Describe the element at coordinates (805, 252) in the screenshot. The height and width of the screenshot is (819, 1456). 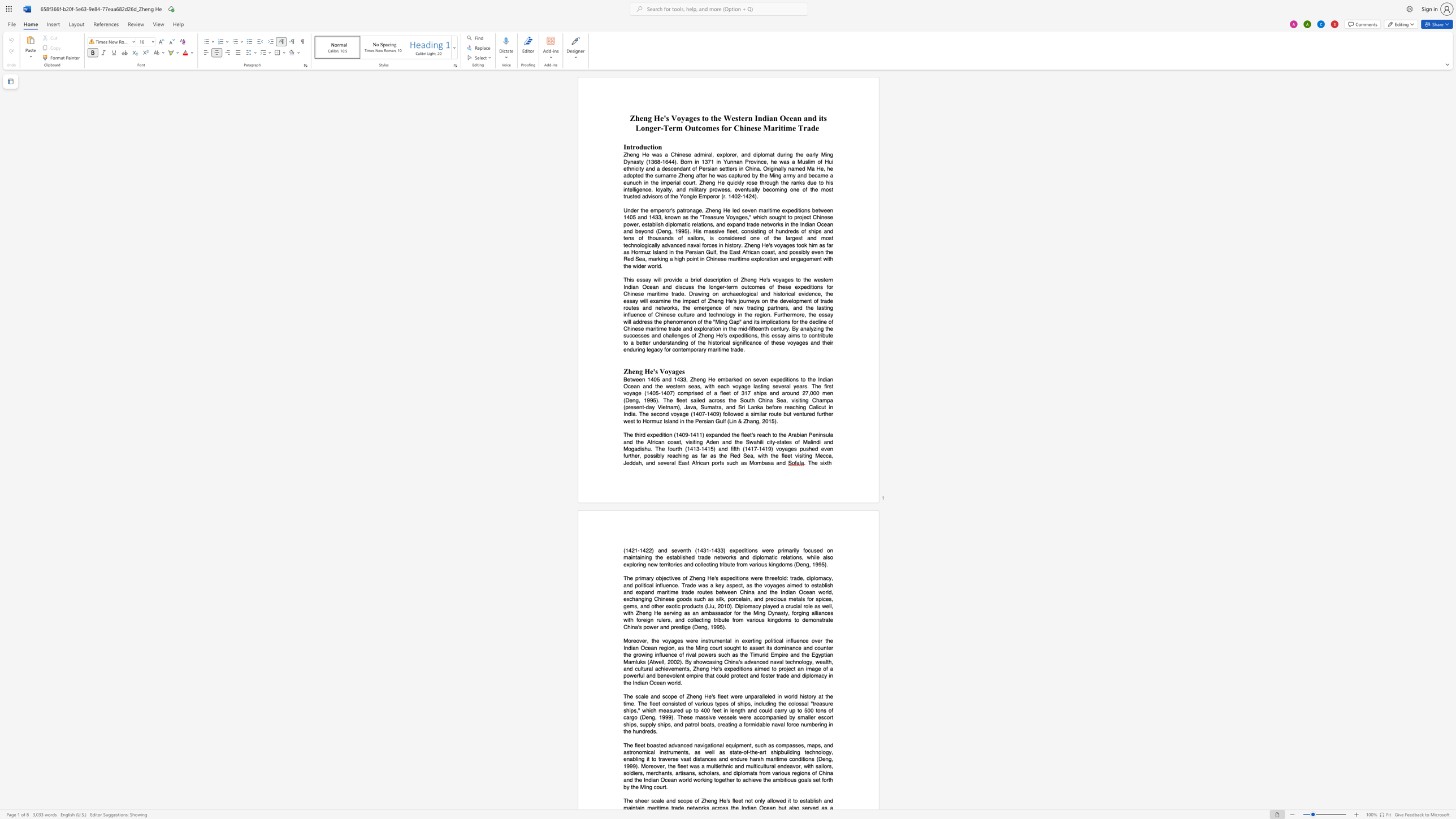
I see `the subset text "ly even" within the text "possibly even"` at that location.